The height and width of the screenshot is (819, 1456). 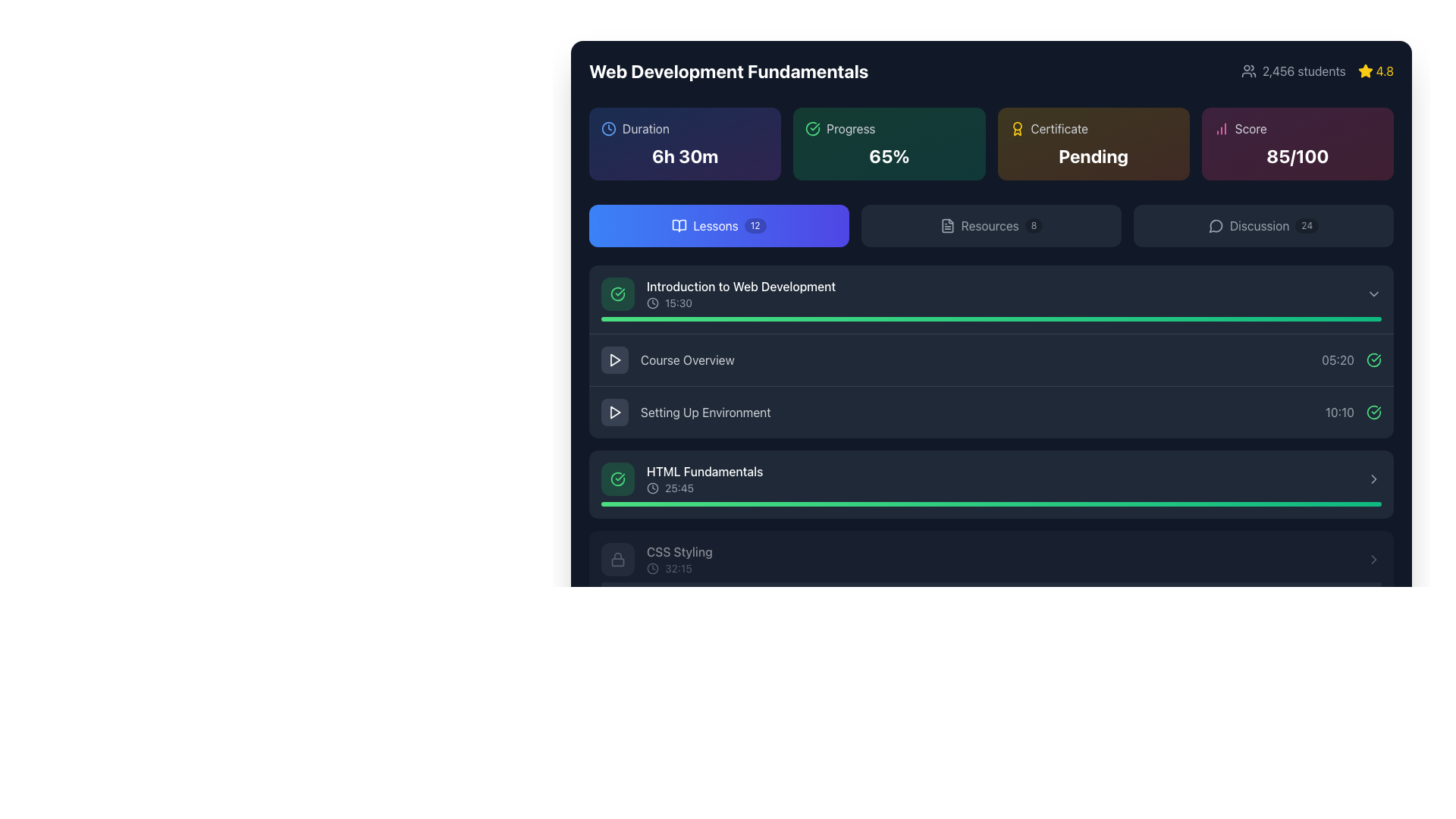 I want to click on the Menu Item that navigates to the Resources section, located between 'Lessons 12' and 'Discussion 24', so click(x=991, y=225).